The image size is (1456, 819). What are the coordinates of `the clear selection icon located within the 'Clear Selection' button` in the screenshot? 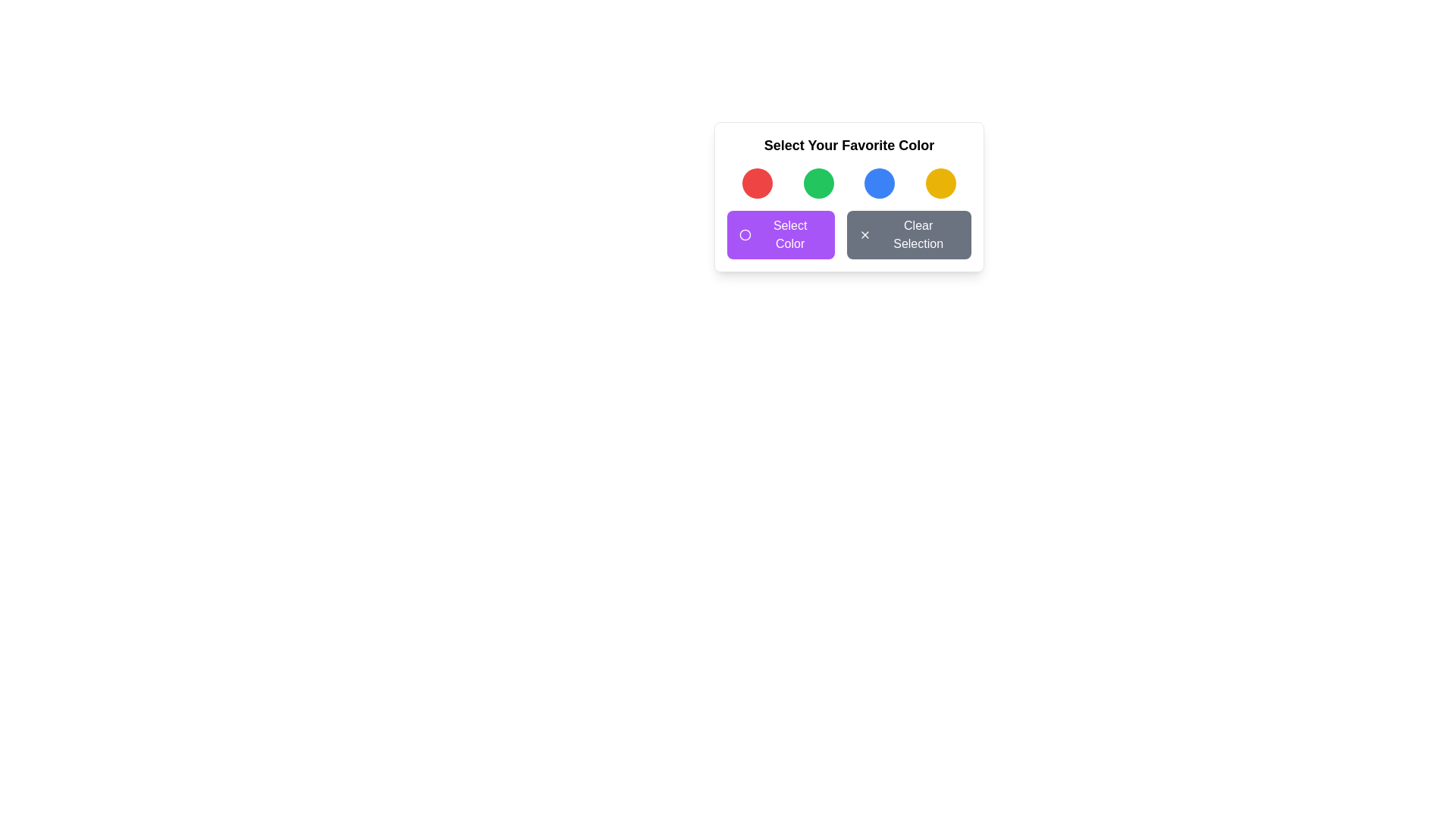 It's located at (865, 234).